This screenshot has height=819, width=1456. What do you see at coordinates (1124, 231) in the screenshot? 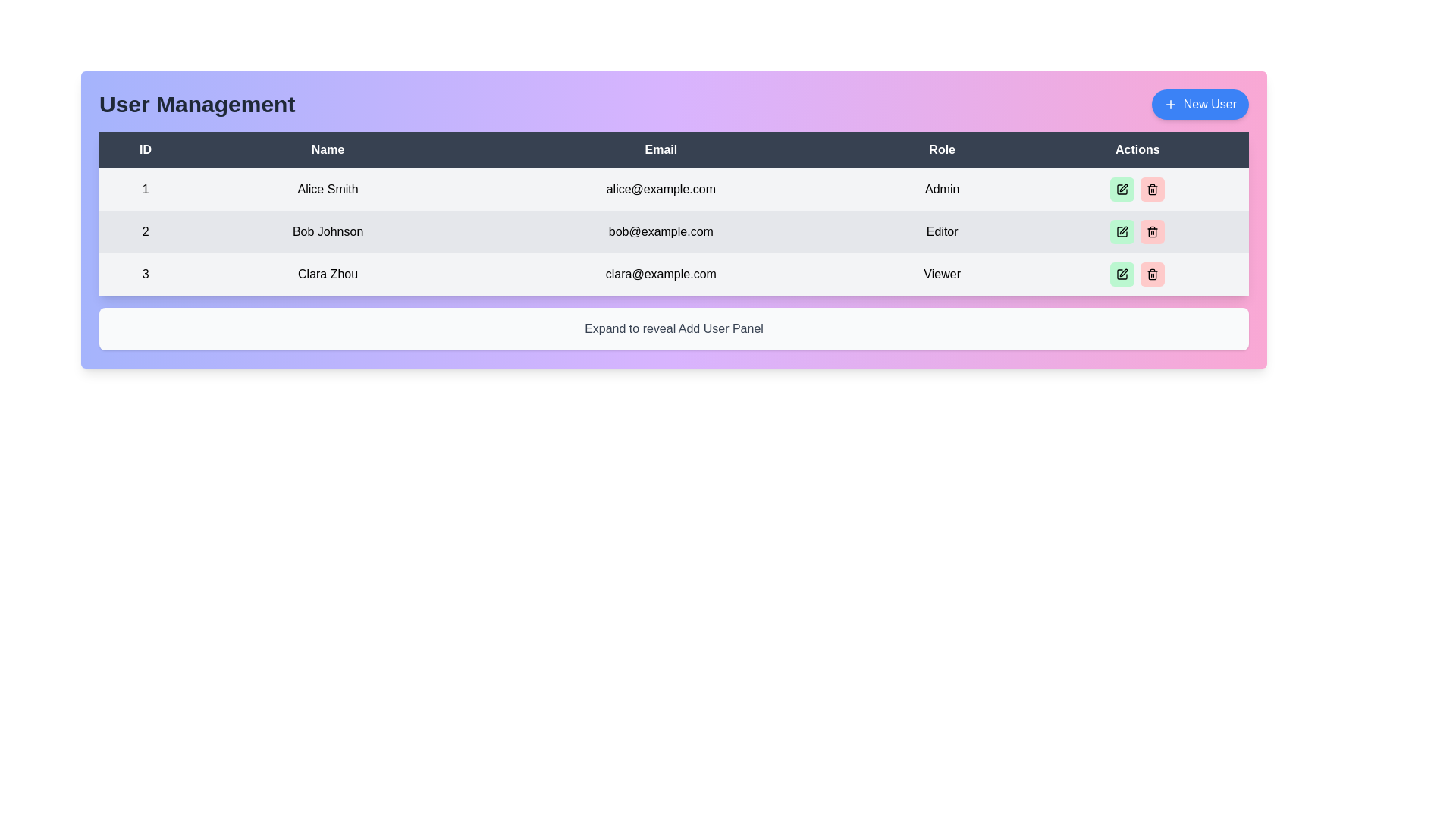
I see `the edit icon (pen-shaped) in the Actions column of the second row for 'Bob Johnson'` at bounding box center [1124, 231].